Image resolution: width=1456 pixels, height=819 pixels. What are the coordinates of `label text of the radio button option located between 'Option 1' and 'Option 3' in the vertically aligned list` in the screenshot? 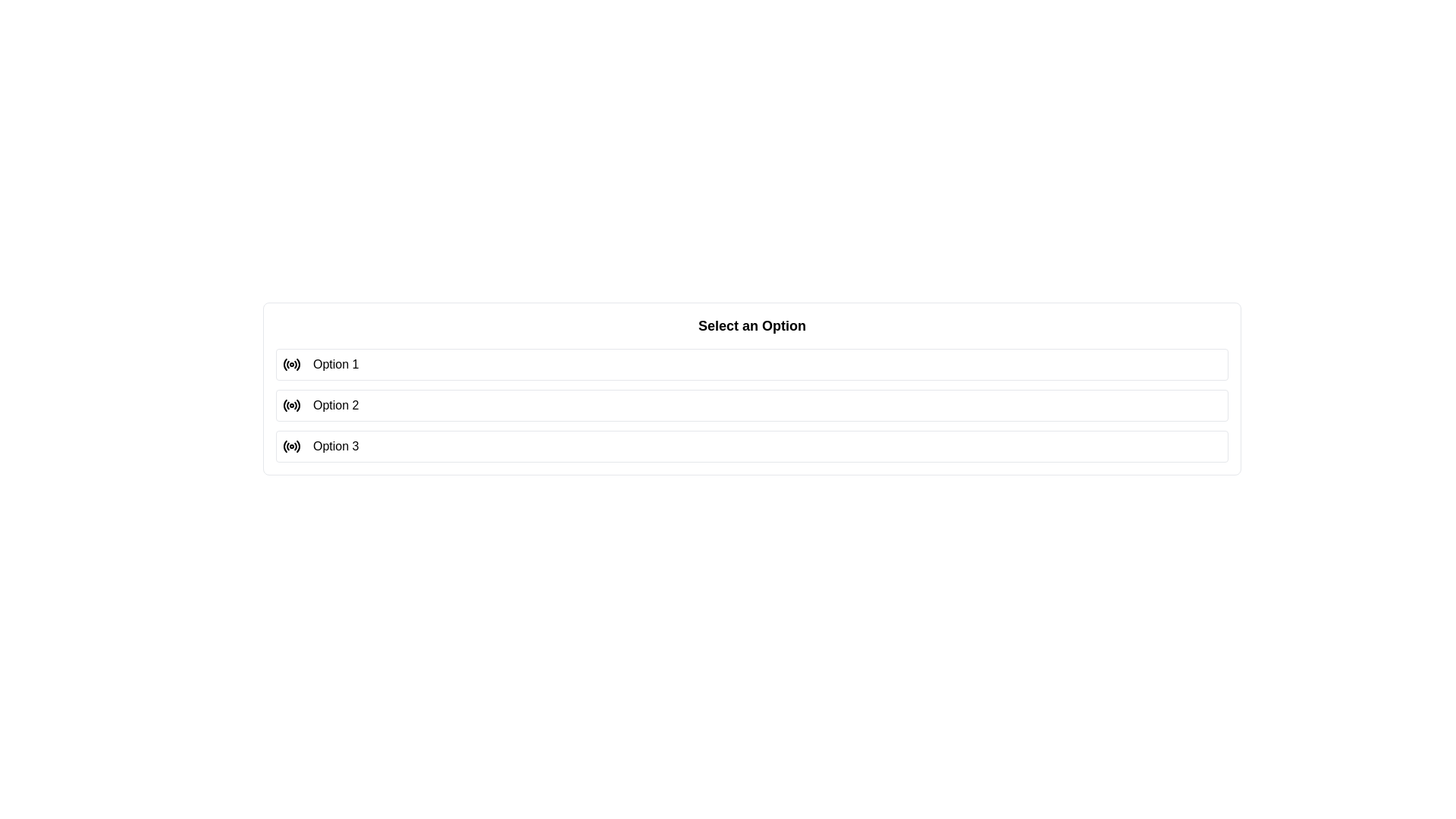 It's located at (335, 405).